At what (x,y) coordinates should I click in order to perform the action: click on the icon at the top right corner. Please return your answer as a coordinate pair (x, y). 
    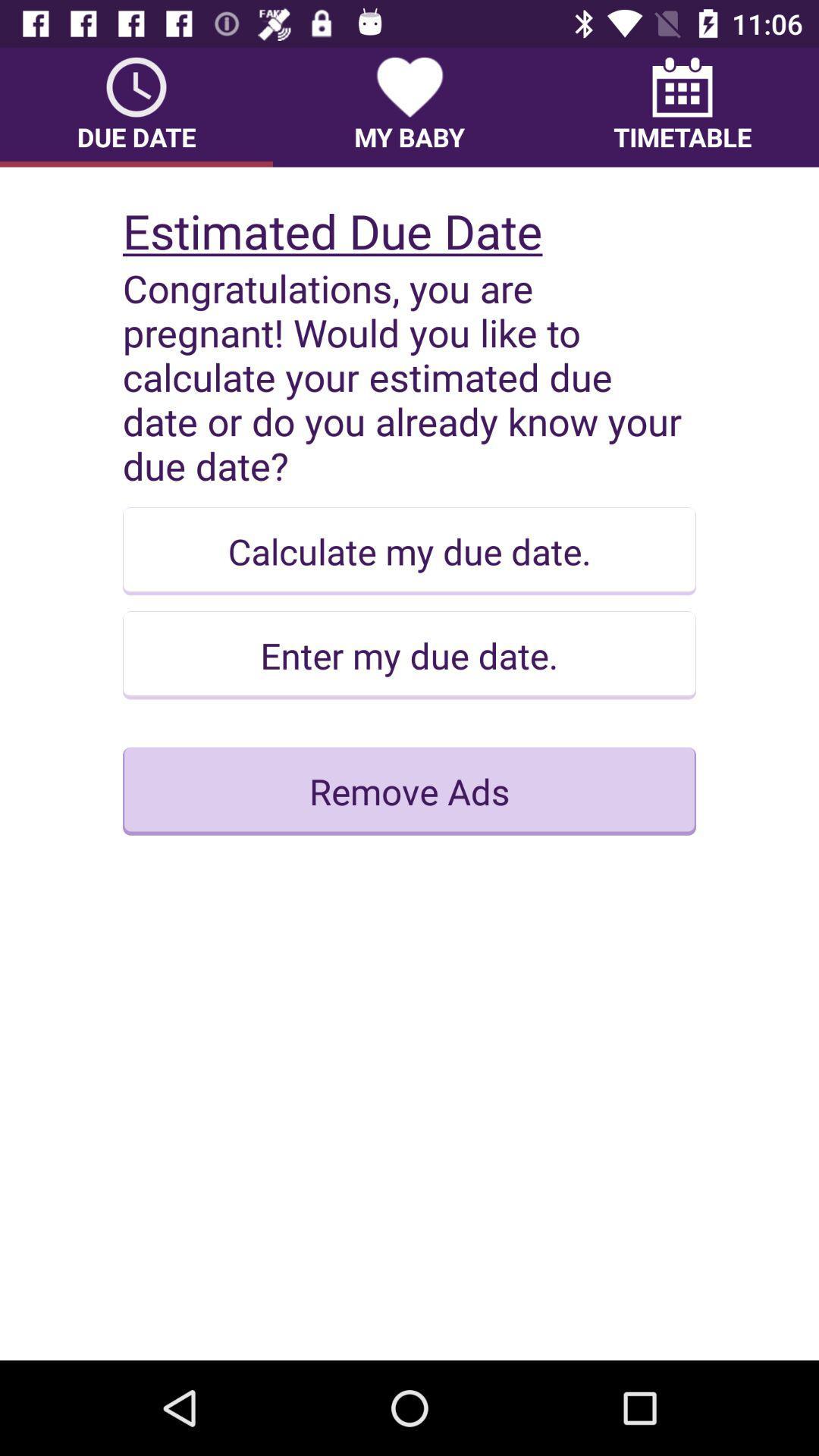
    Looking at the image, I should click on (681, 106).